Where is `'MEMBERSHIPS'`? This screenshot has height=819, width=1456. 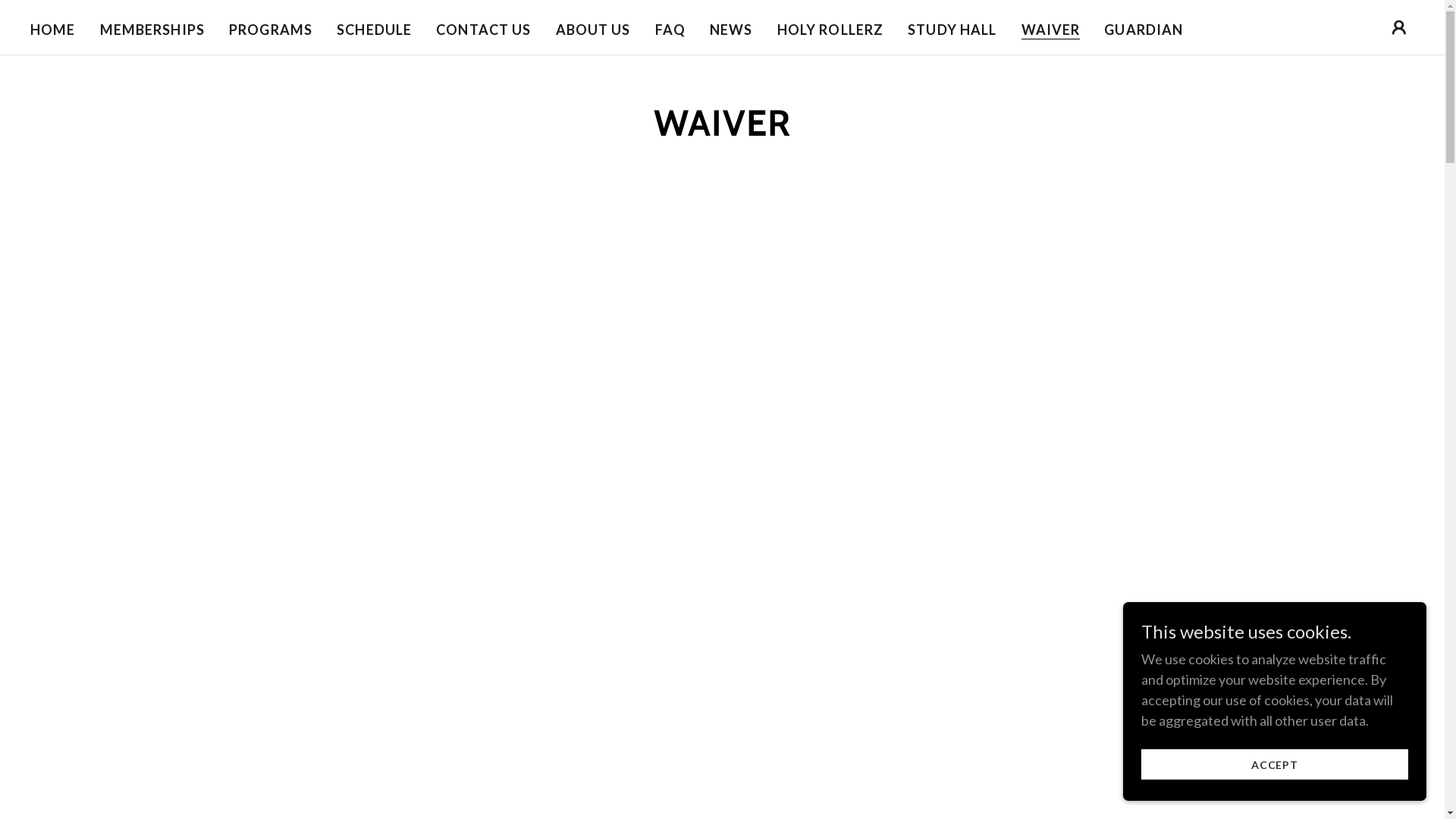
'MEMBERSHIPS' is located at coordinates (152, 29).